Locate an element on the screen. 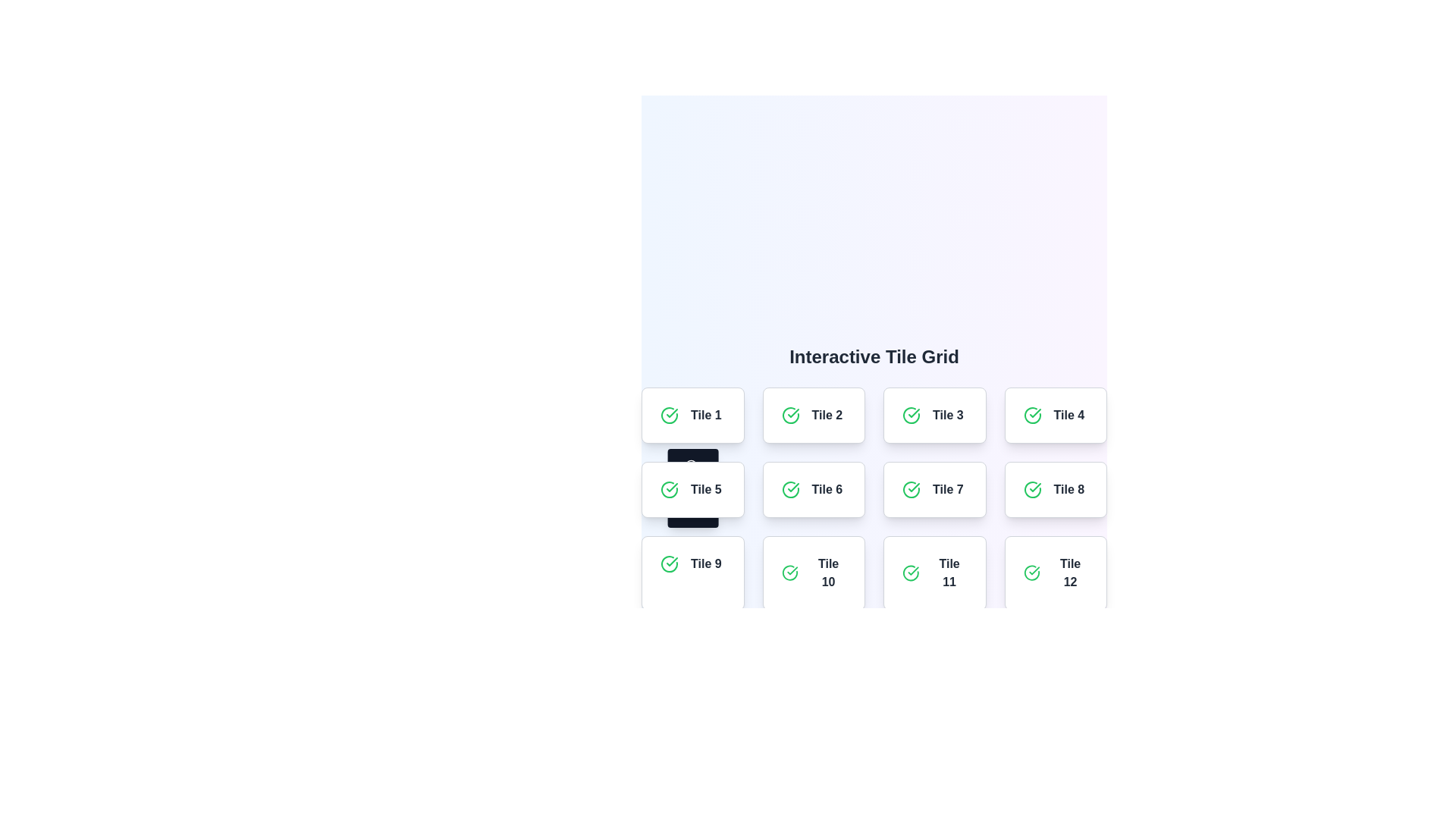 This screenshot has width=1456, height=819. the text label identifying the tile as 'Tile 1' within the top-left tile of the 3x4 grid layout in the interactive tile grid is located at coordinates (692, 415).